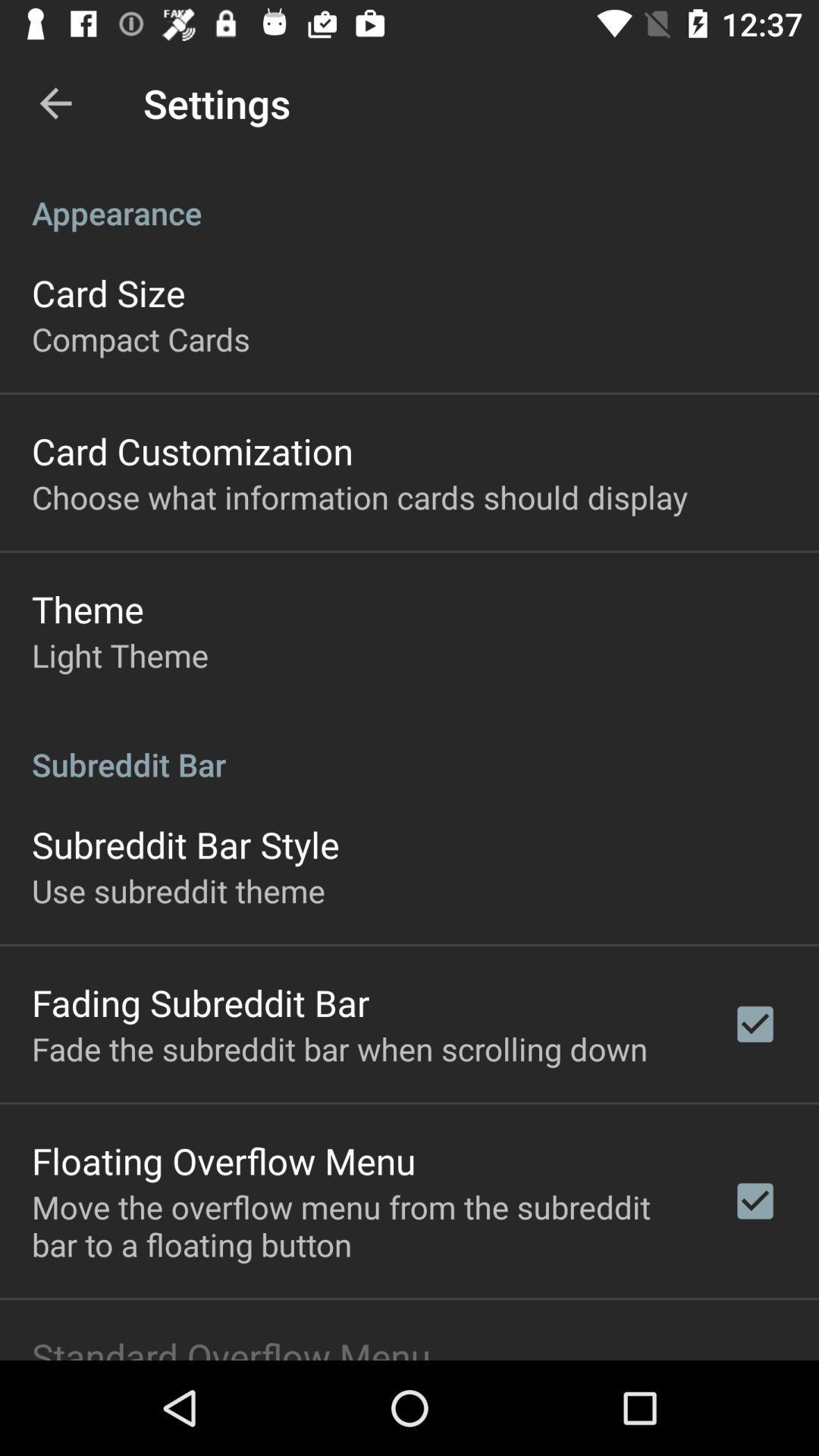 This screenshot has width=819, height=1456. What do you see at coordinates (755, 1024) in the screenshot?
I see `the check box of fading subreddit bar` at bounding box center [755, 1024].